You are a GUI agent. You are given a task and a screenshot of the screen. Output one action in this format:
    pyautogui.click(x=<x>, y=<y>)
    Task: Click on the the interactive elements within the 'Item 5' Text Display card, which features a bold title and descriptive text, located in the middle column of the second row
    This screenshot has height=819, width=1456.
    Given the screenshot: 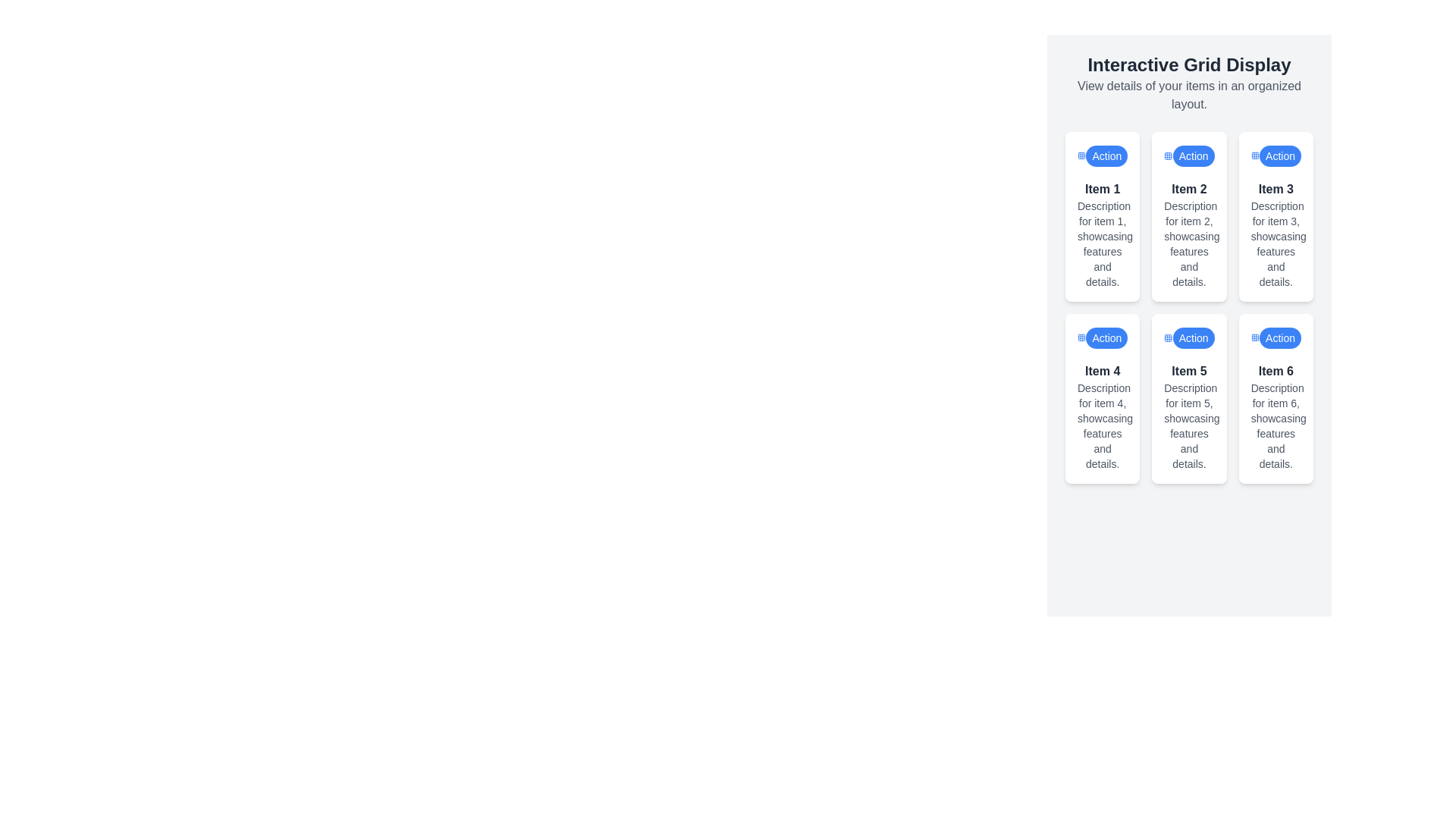 What is the action you would take?
    pyautogui.click(x=1188, y=417)
    